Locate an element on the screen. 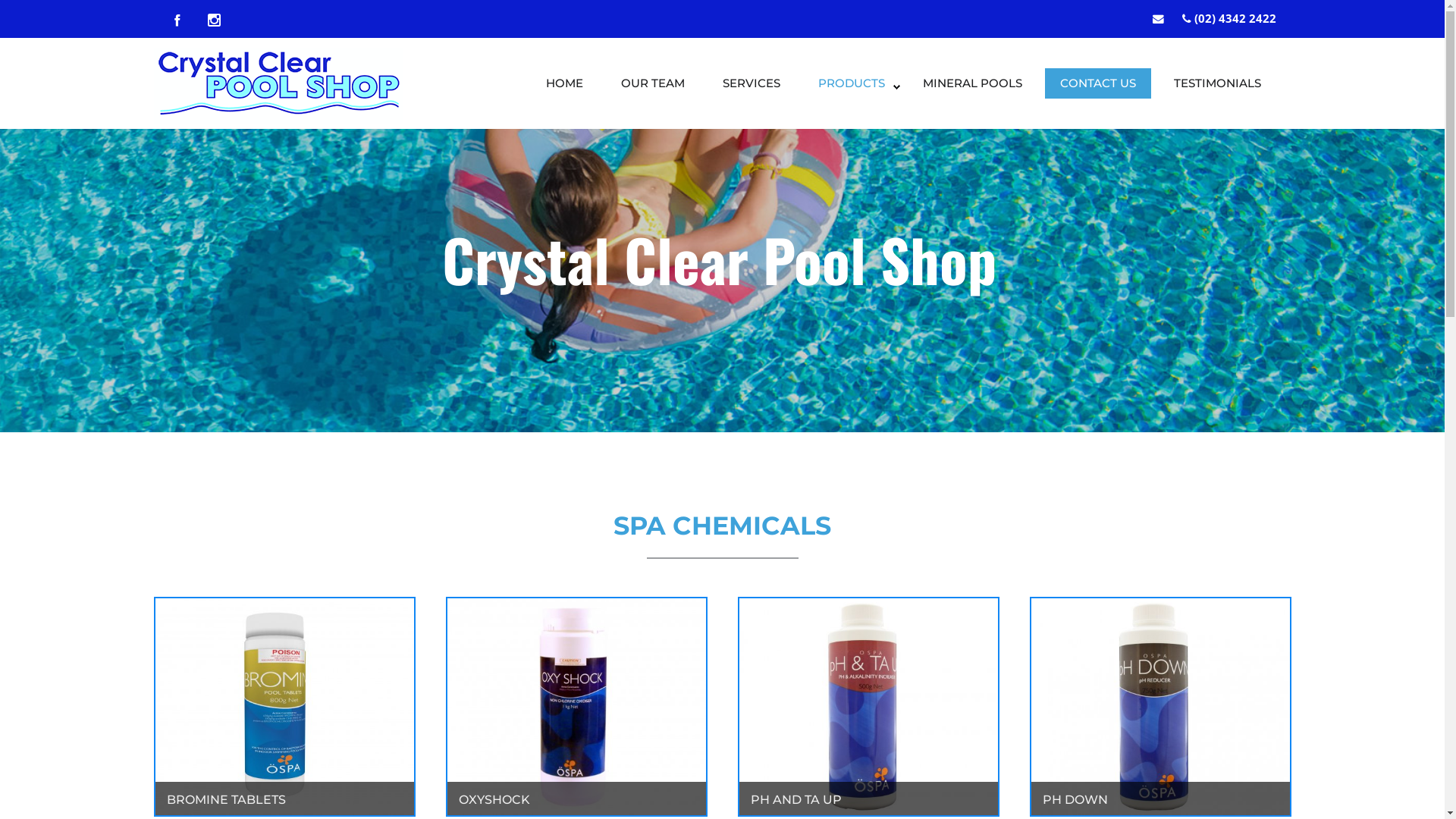  'OUR TEAM' is located at coordinates (651, 87).